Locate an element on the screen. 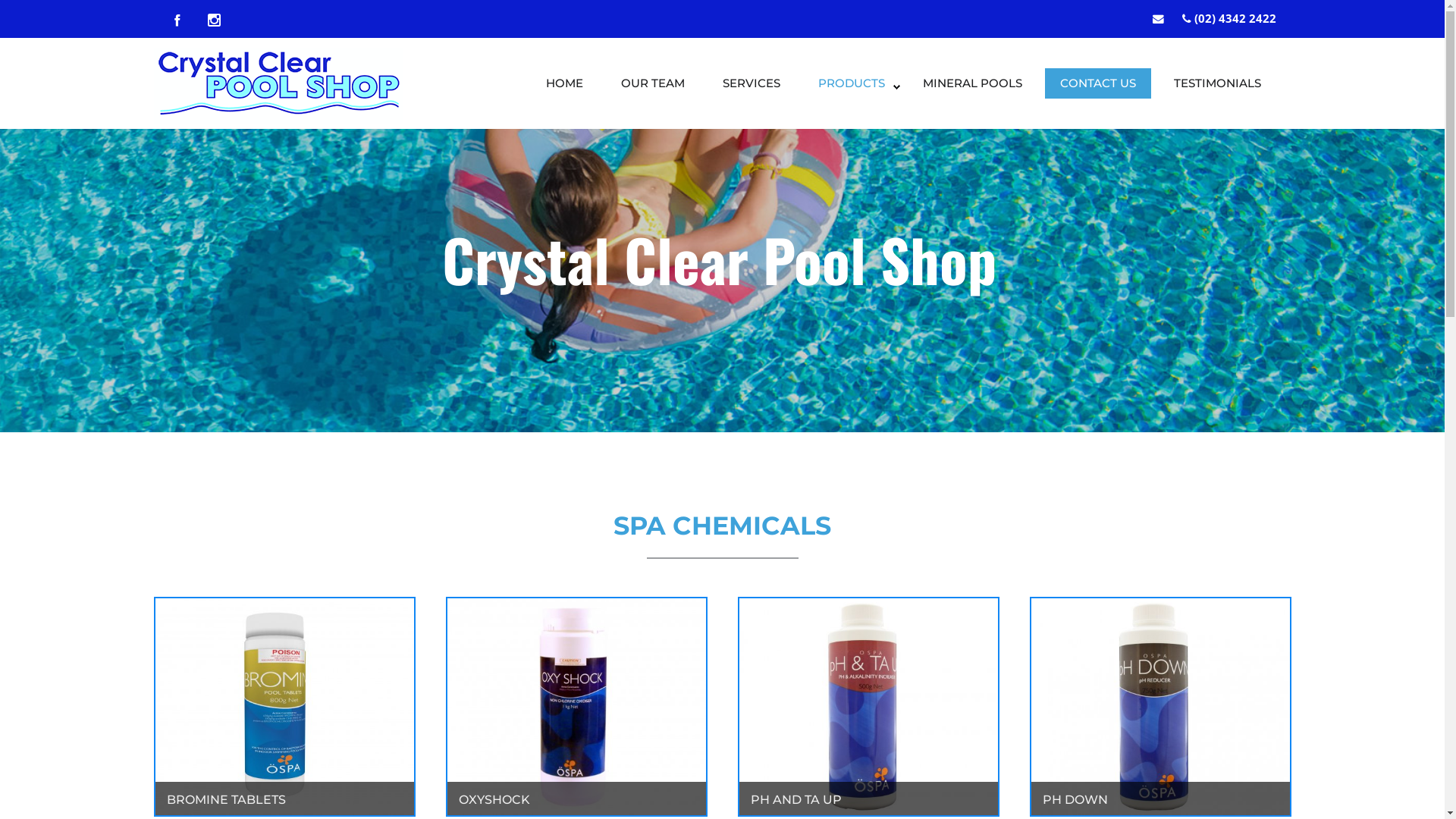  'OUR TEAM' is located at coordinates (651, 87).